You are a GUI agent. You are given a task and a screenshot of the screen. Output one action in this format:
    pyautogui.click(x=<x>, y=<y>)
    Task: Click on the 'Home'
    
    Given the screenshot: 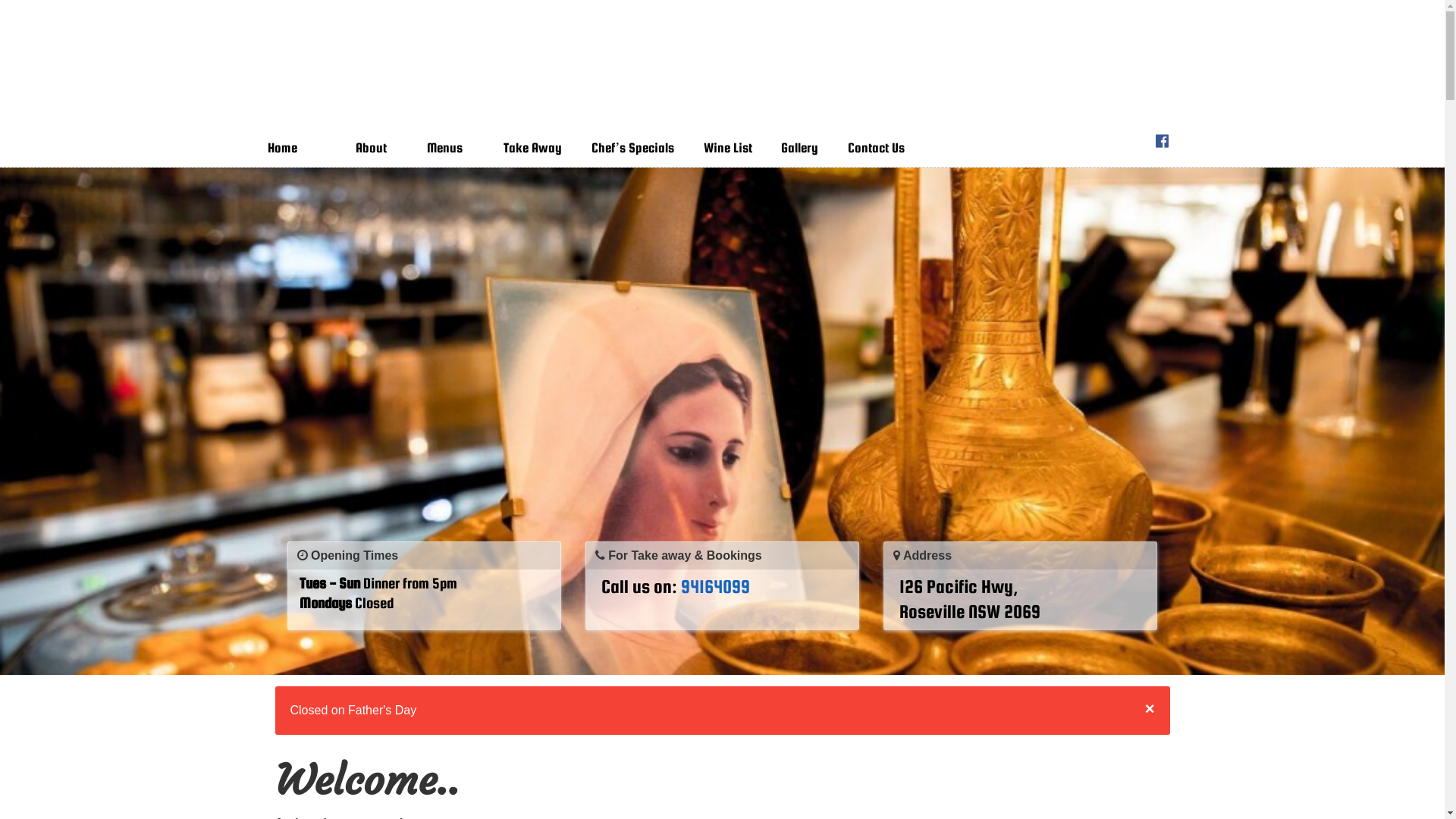 What is the action you would take?
    pyautogui.click(x=288, y=148)
    